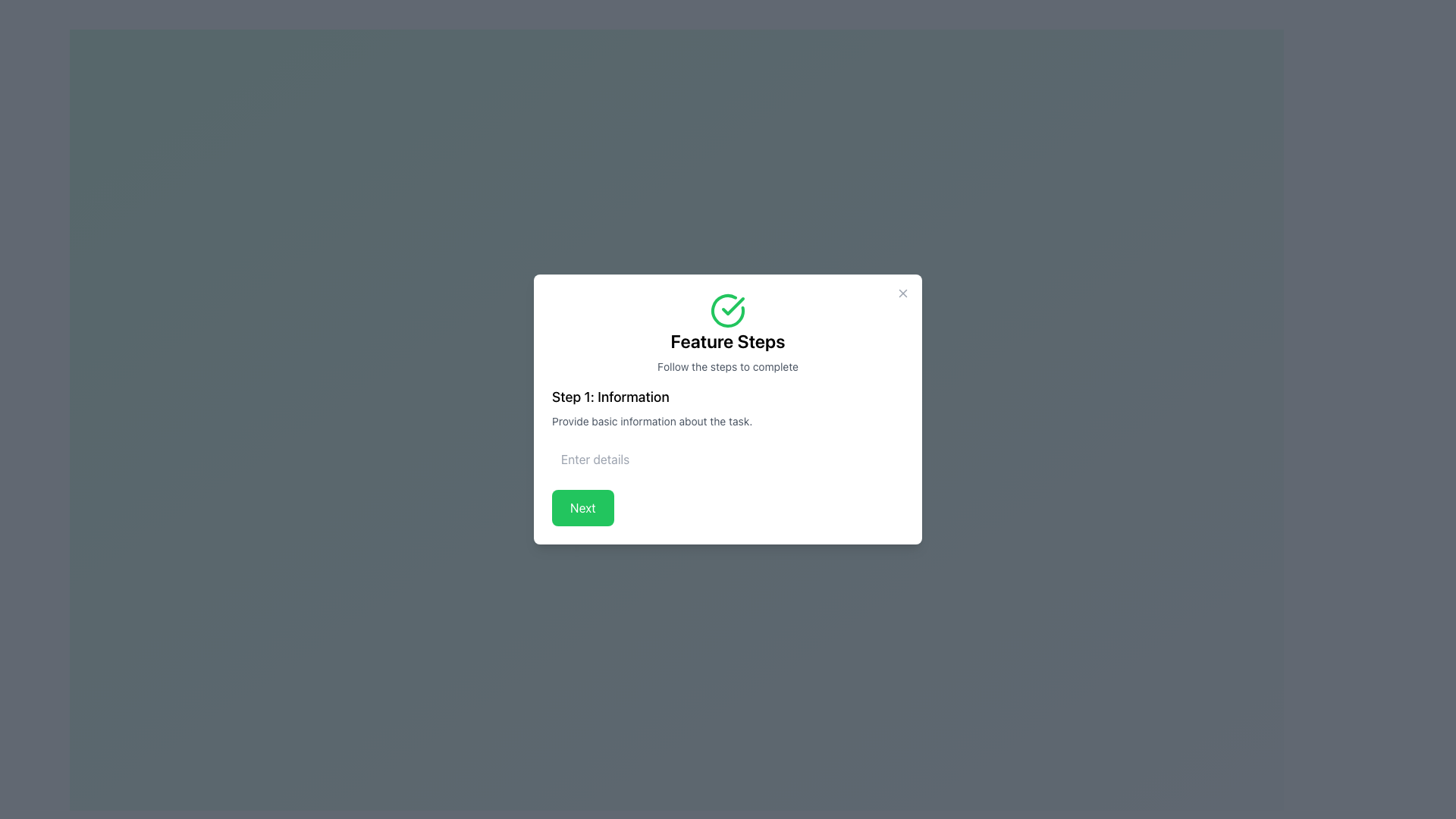  What do you see at coordinates (902, 293) in the screenshot?
I see `the small cross-shaped icon located at the top-right corner of the dialog box` at bounding box center [902, 293].